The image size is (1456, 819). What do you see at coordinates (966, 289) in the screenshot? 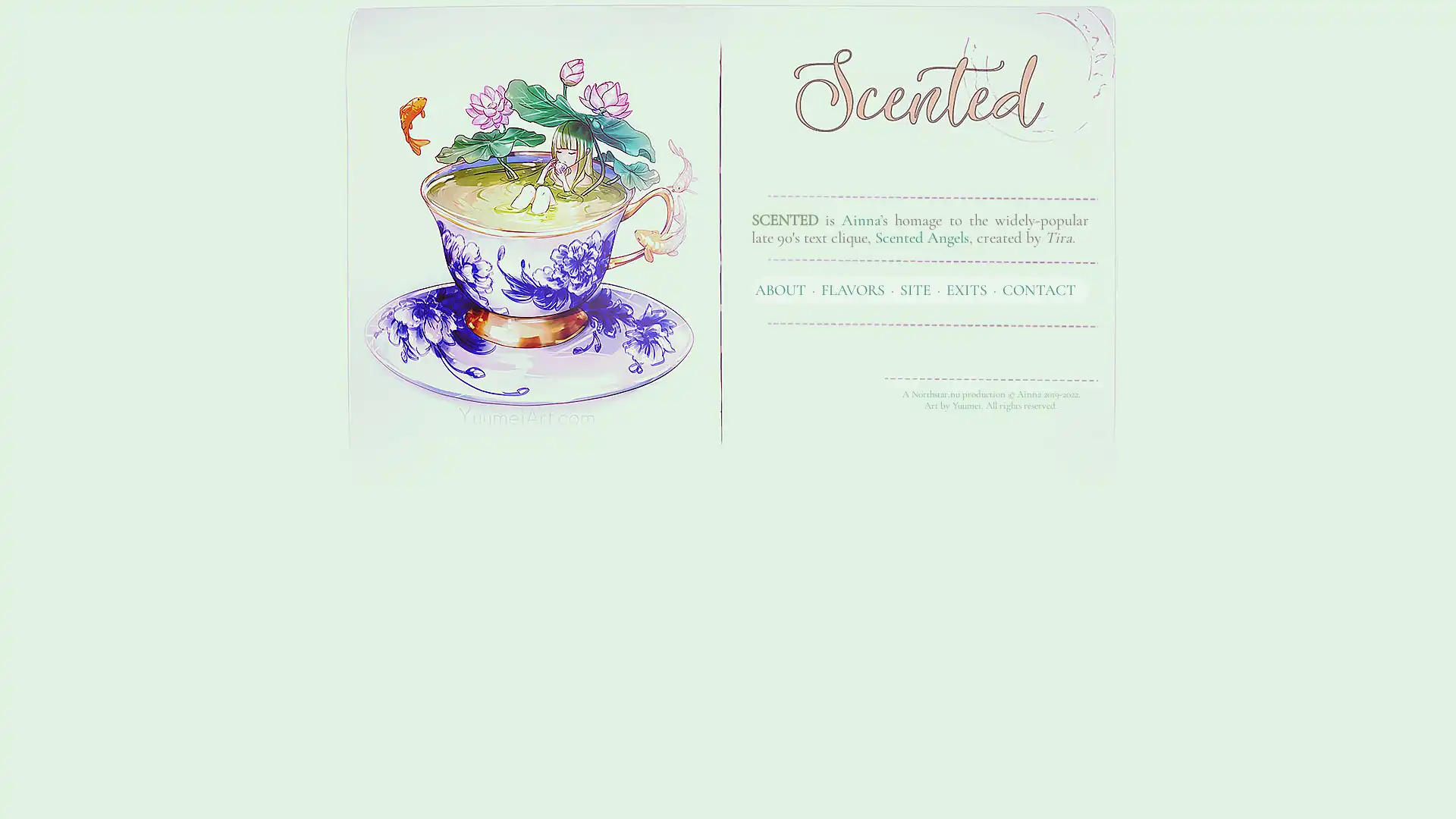
I see `EXITS` at bounding box center [966, 289].